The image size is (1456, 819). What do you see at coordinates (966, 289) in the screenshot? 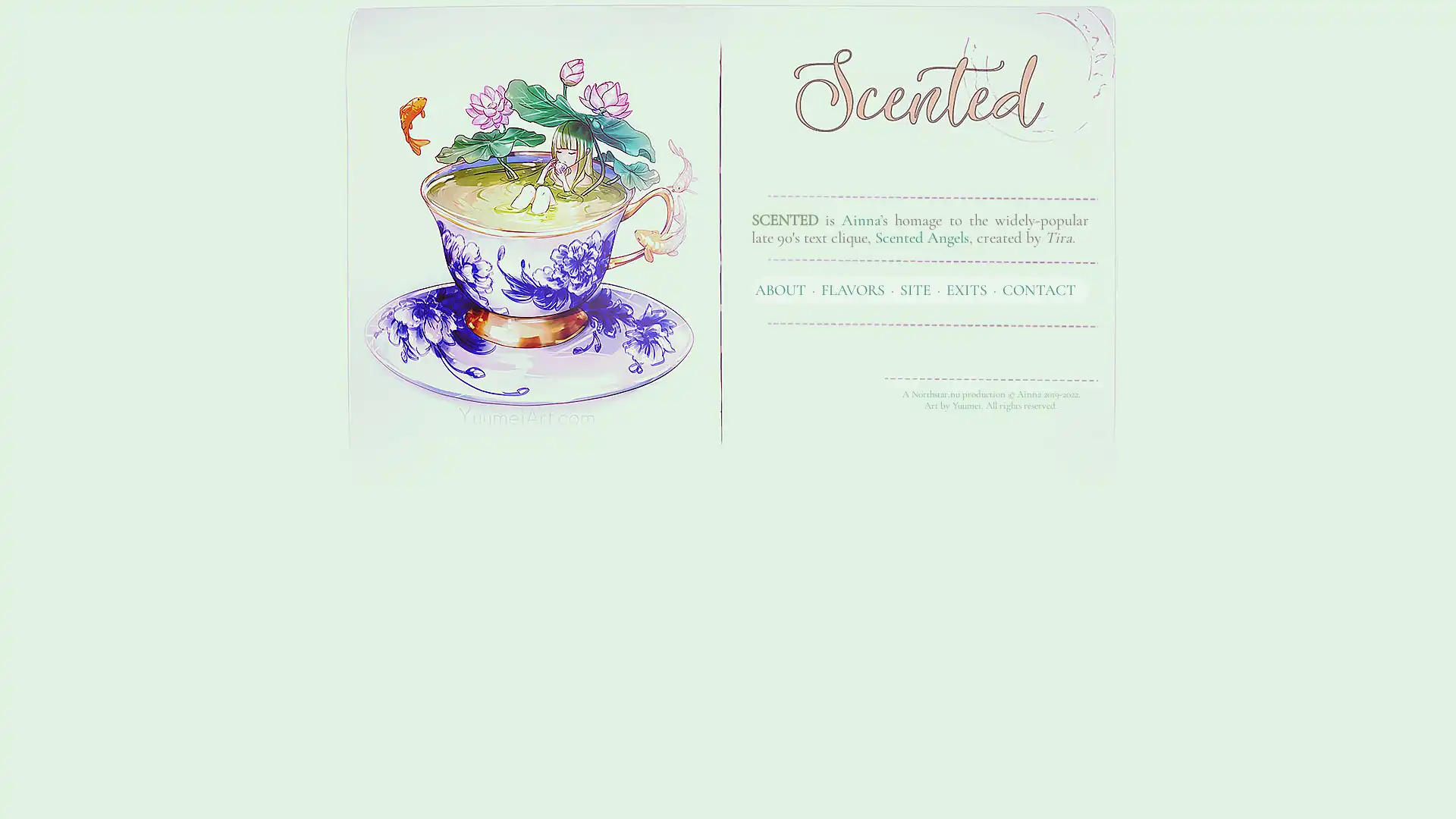
I see `EXITS` at bounding box center [966, 289].